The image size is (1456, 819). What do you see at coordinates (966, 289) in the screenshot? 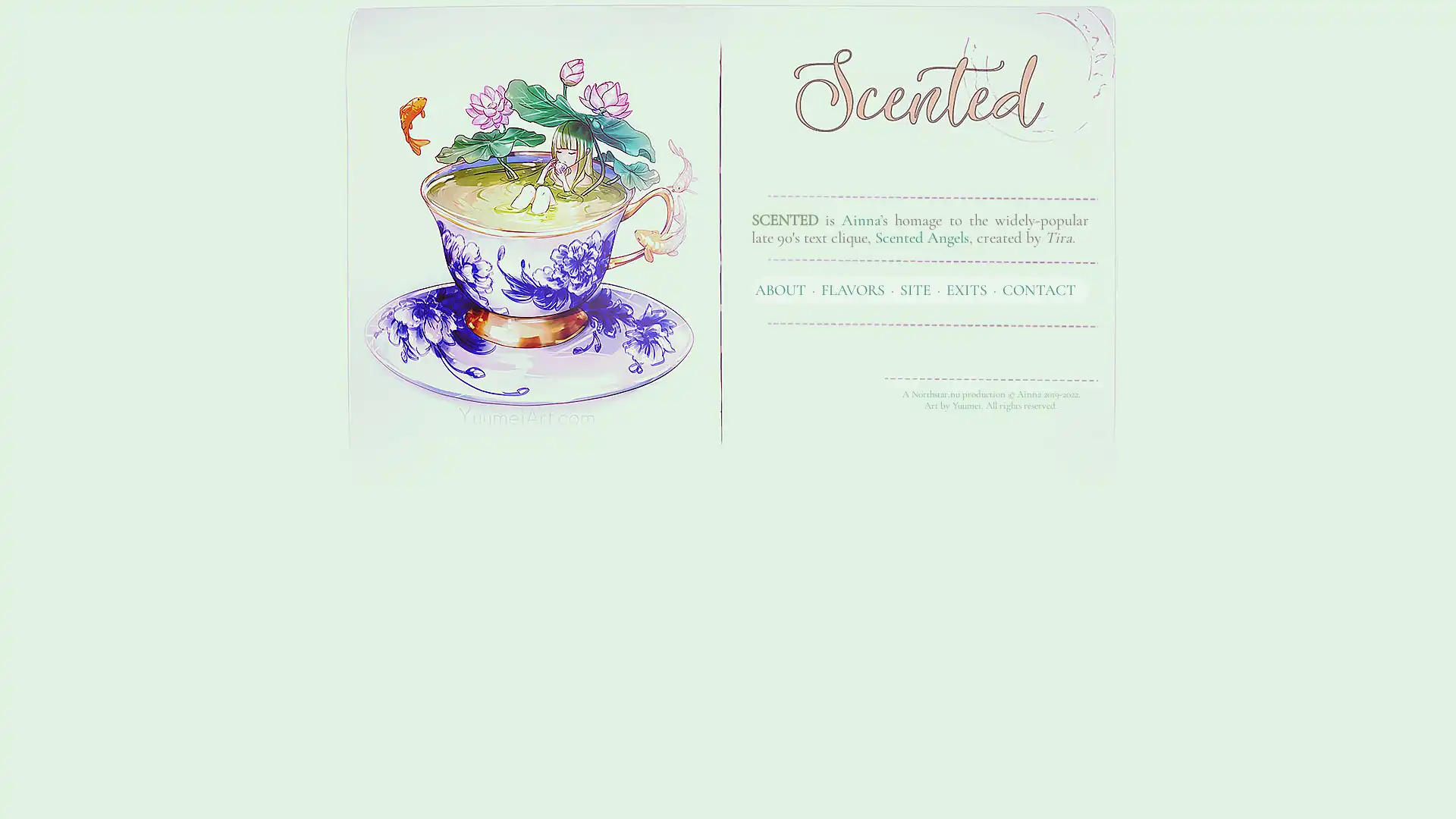
I see `EXITS` at bounding box center [966, 289].